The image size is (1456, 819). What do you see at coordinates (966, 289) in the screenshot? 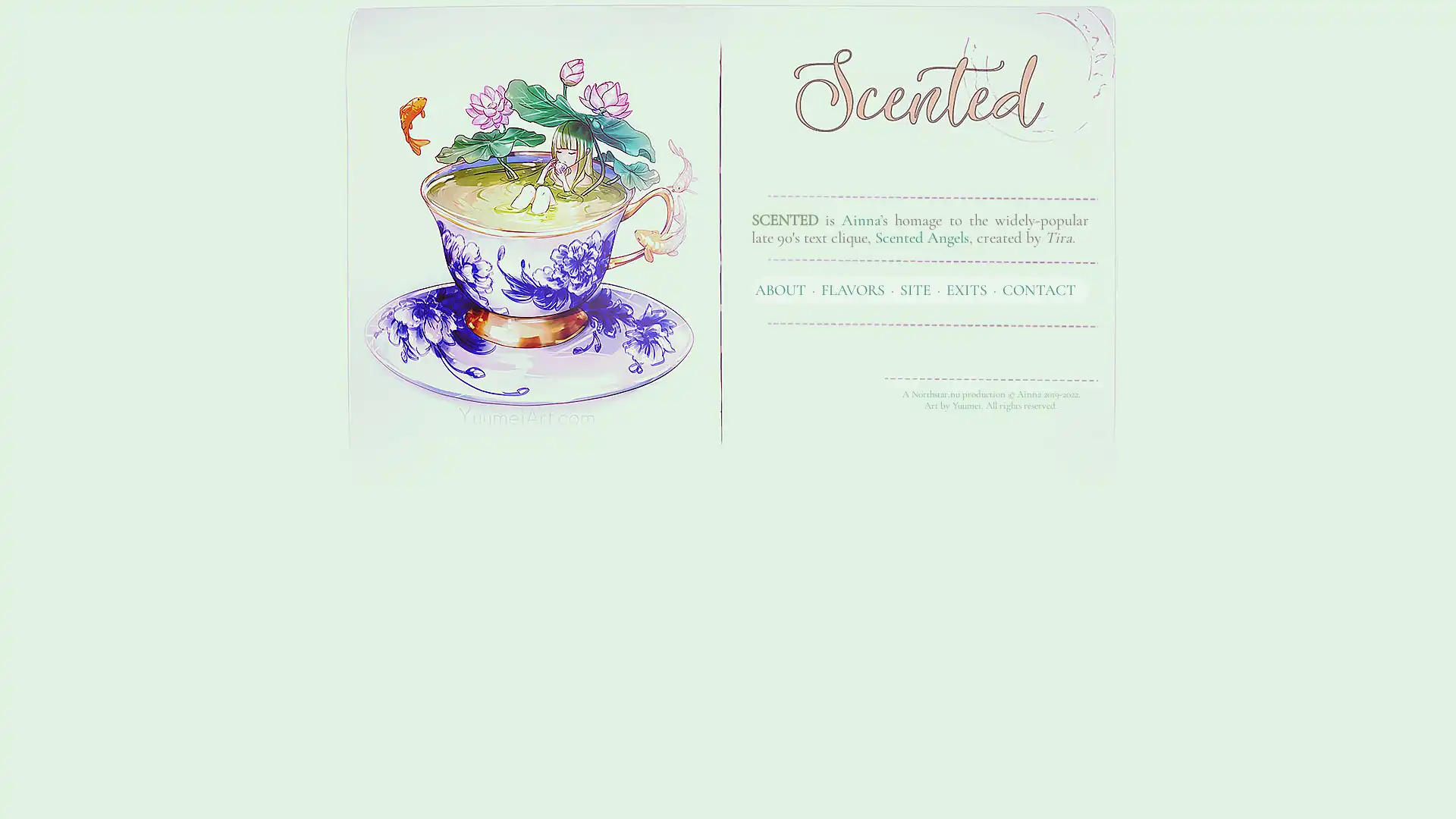
I see `EXITS` at bounding box center [966, 289].